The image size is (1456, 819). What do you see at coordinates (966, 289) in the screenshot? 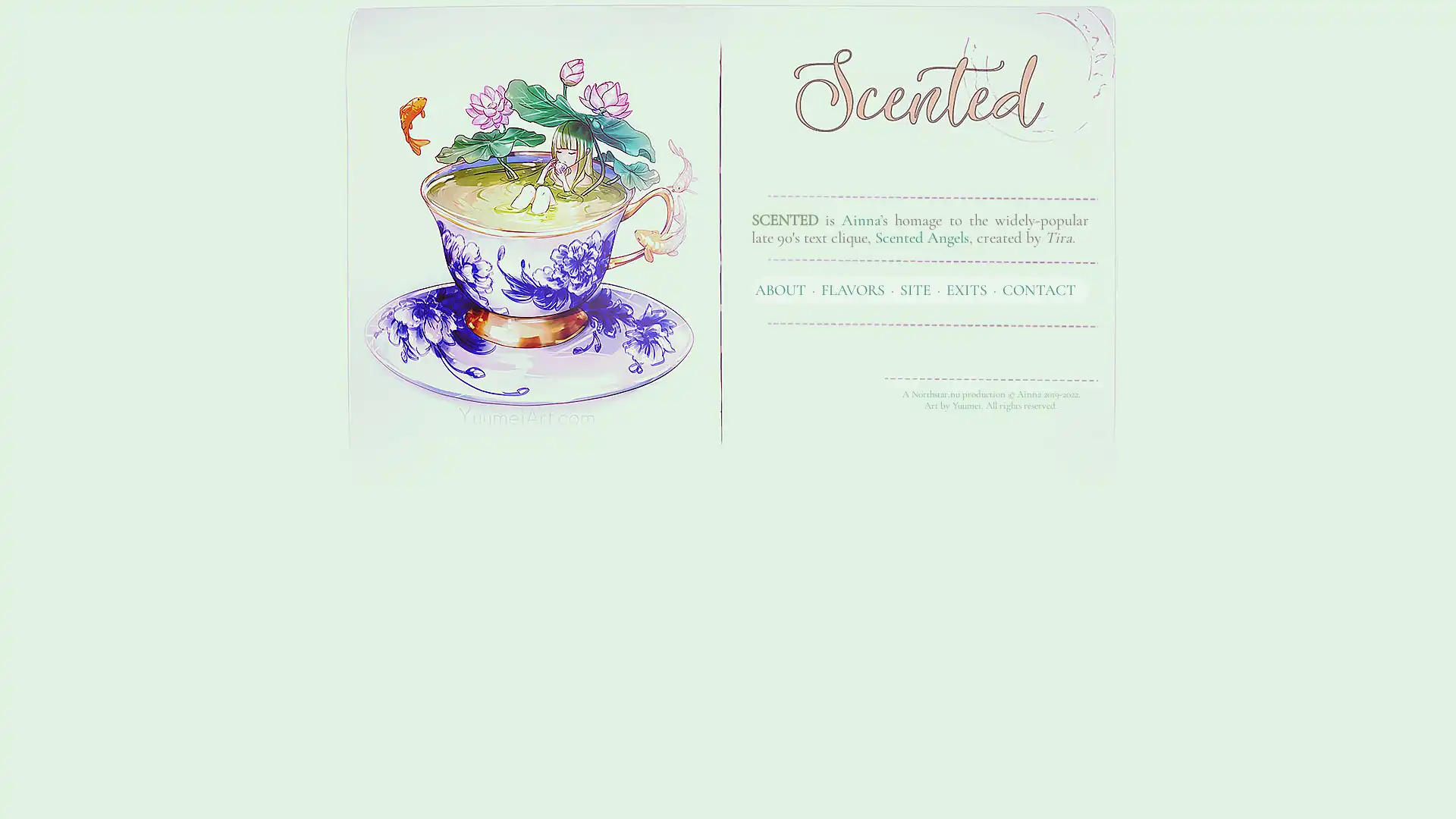
I see `EXITS` at bounding box center [966, 289].